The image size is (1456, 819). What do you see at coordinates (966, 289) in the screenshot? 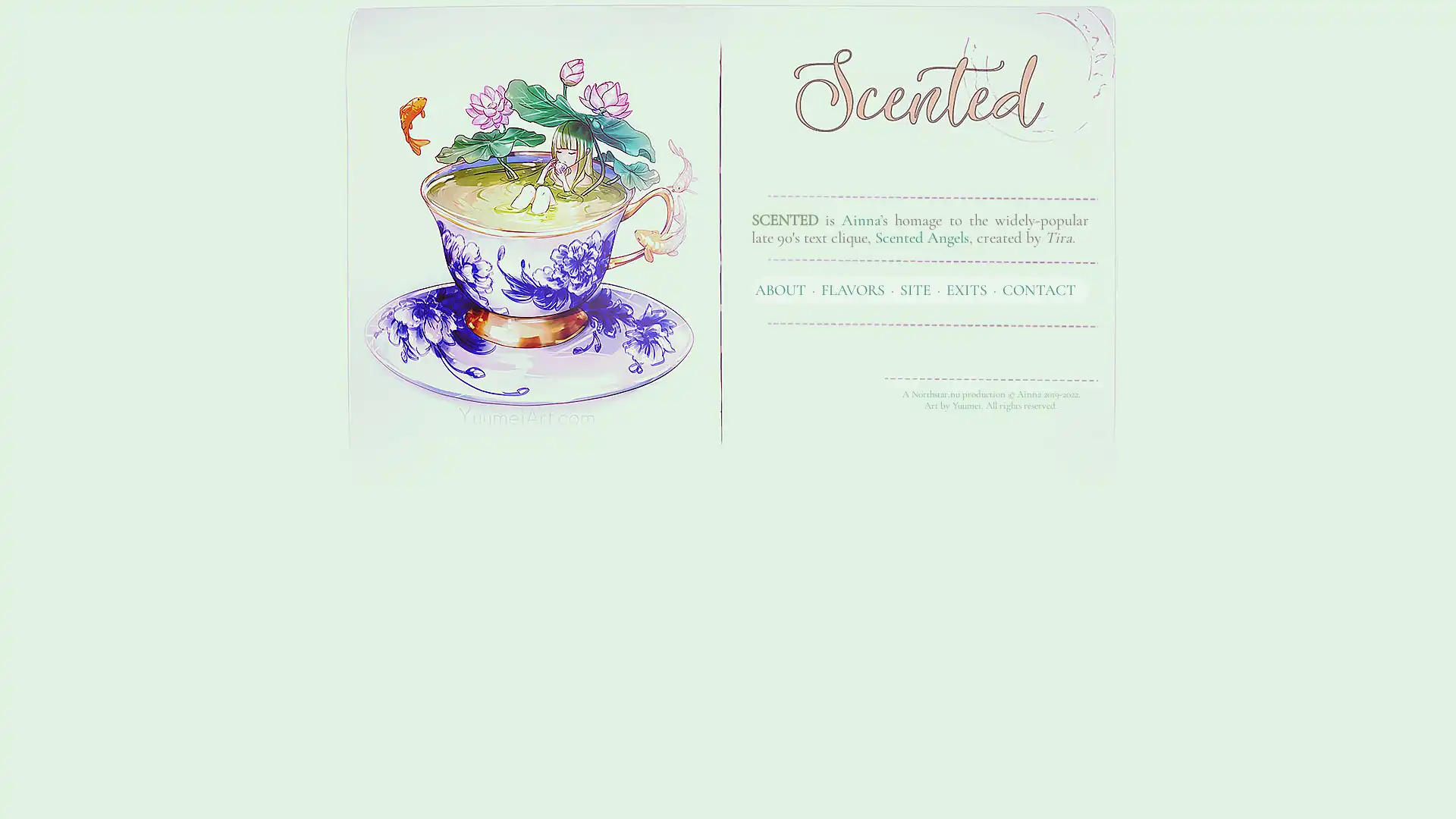
I see `EXITS` at bounding box center [966, 289].